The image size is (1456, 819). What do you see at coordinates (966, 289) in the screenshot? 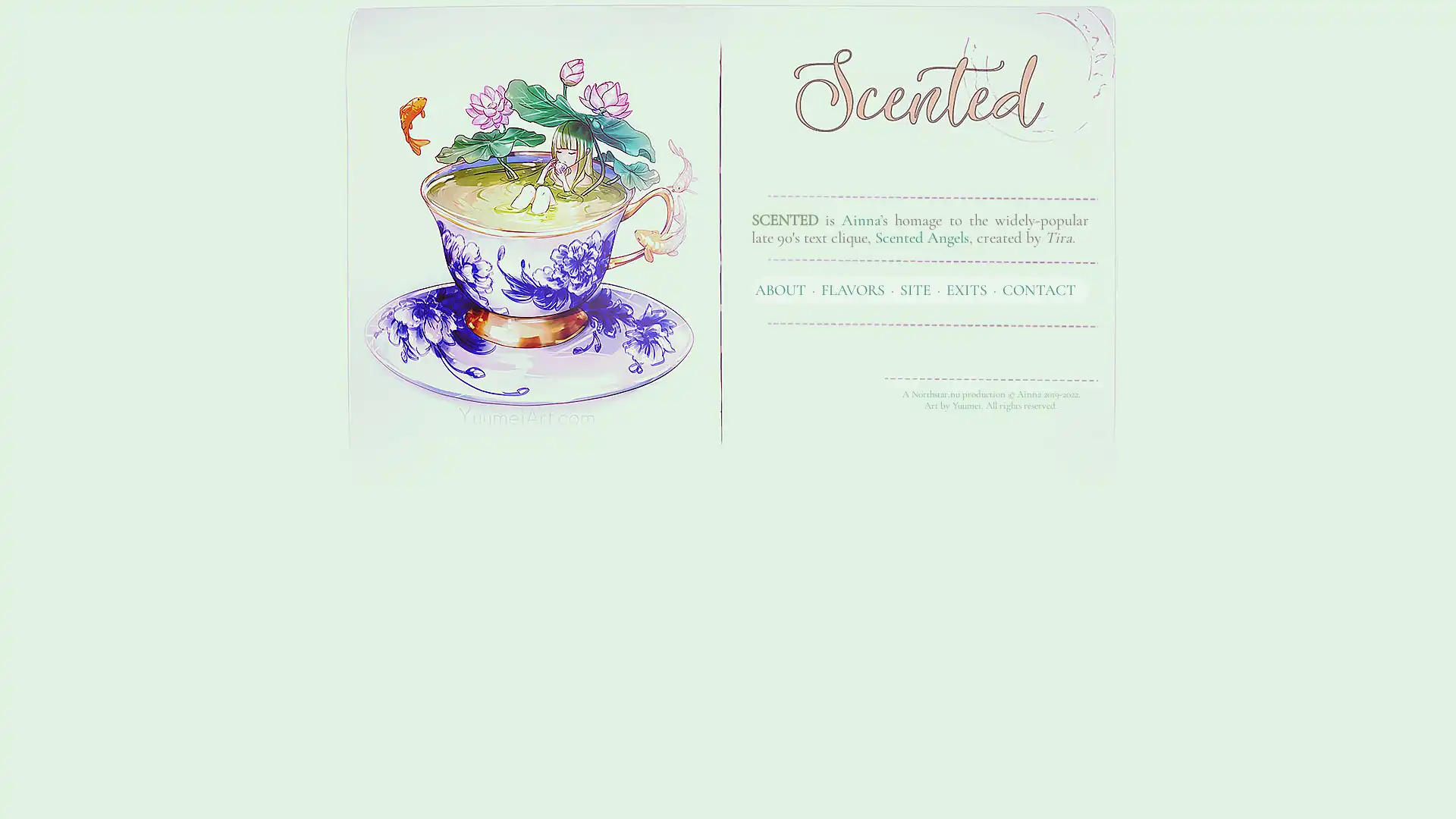
I see `EXITS` at bounding box center [966, 289].